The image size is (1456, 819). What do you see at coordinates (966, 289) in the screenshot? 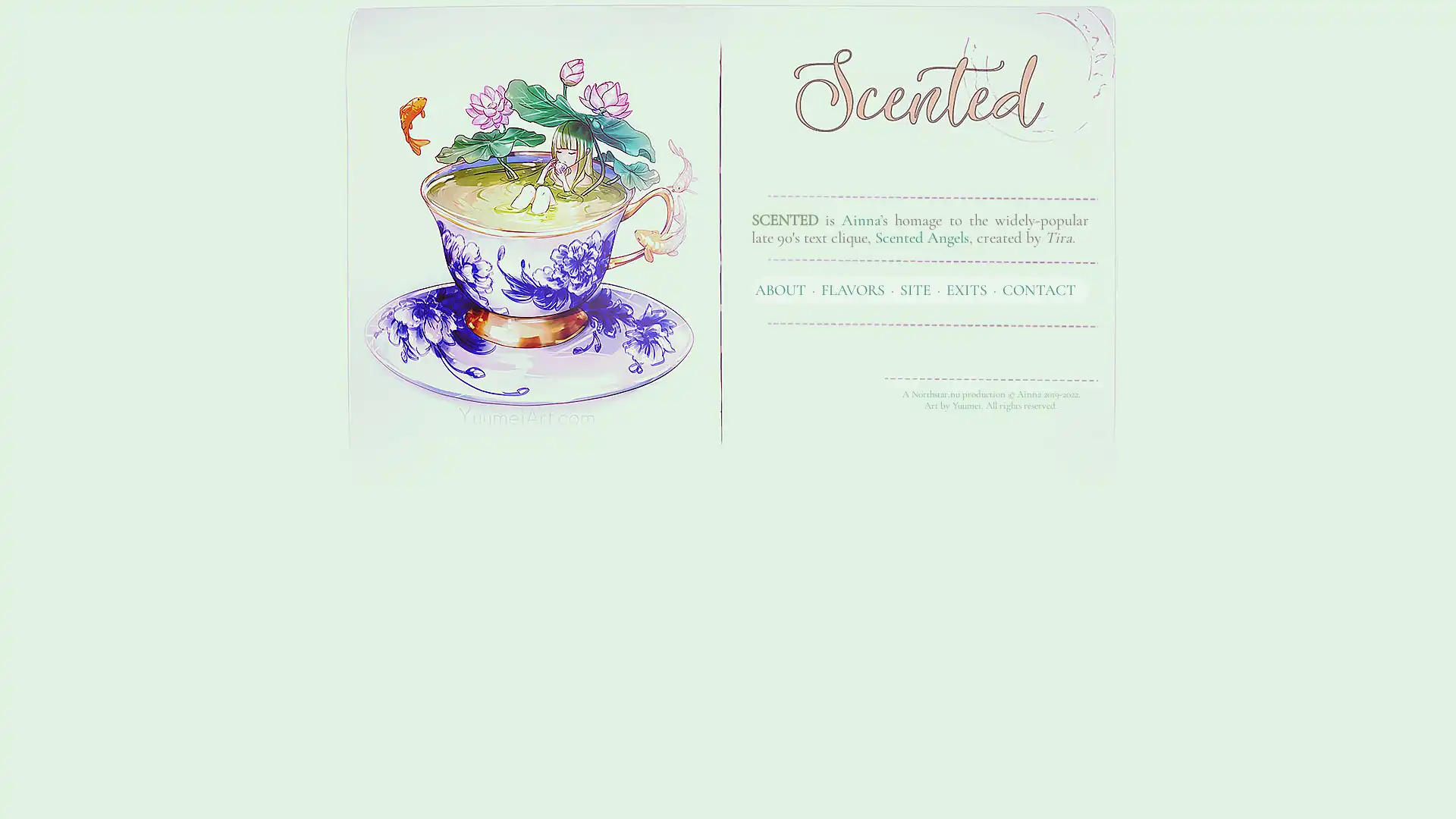
I see `EXITS` at bounding box center [966, 289].